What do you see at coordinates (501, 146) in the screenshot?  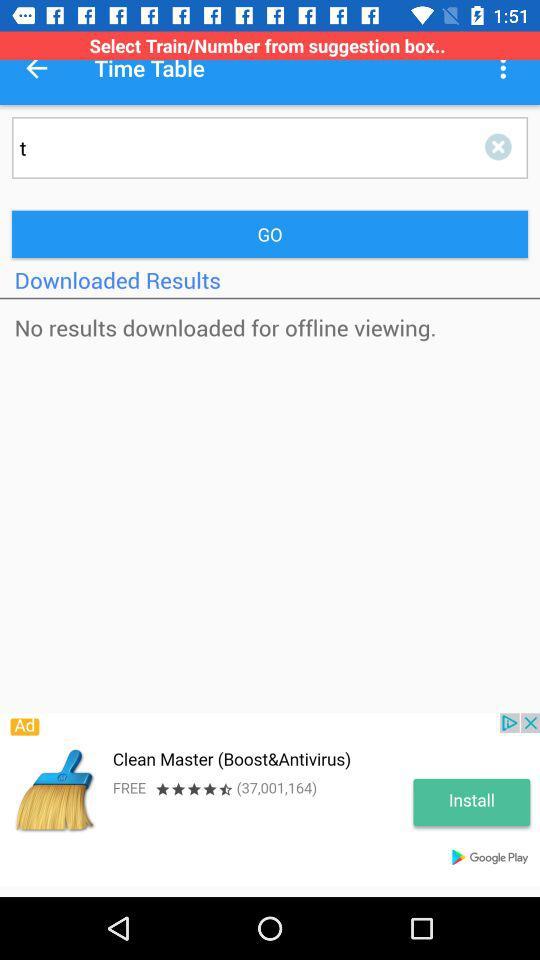 I see `delete` at bounding box center [501, 146].